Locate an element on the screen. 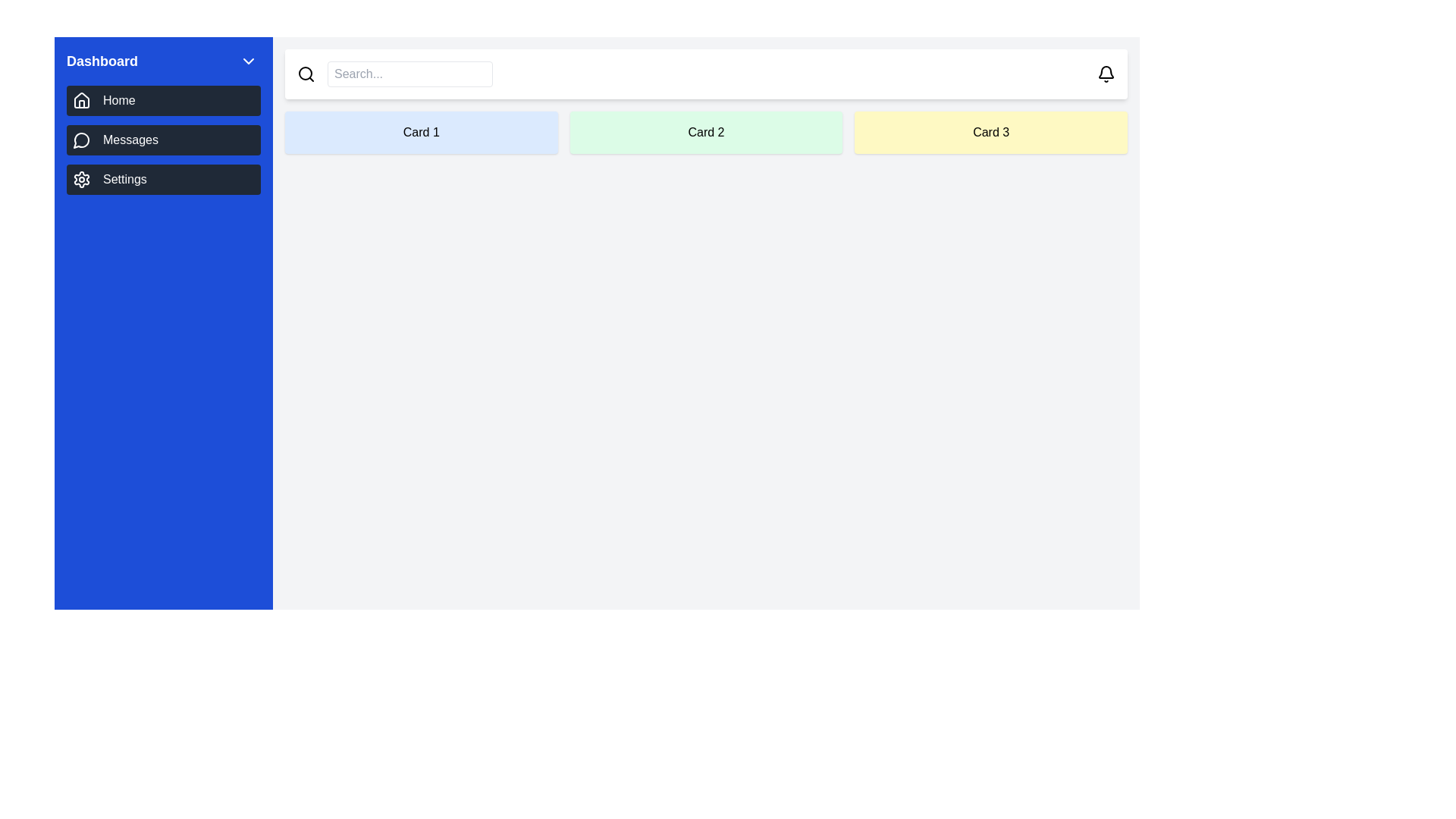 This screenshot has height=819, width=1456. Card 2 in the grid layout component is located at coordinates (705, 131).